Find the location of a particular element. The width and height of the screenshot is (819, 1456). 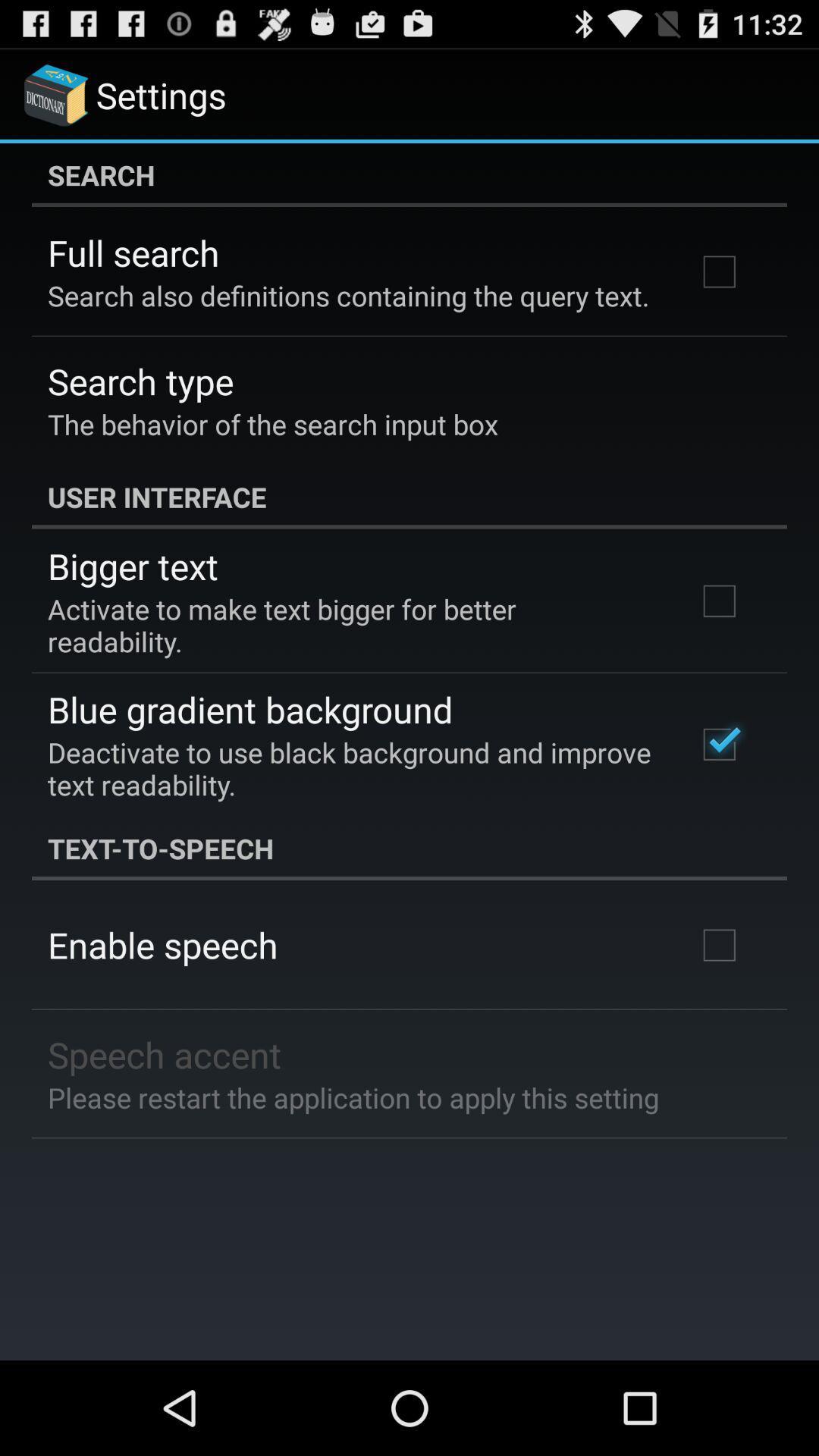

the app below the behavior of is located at coordinates (409, 497).